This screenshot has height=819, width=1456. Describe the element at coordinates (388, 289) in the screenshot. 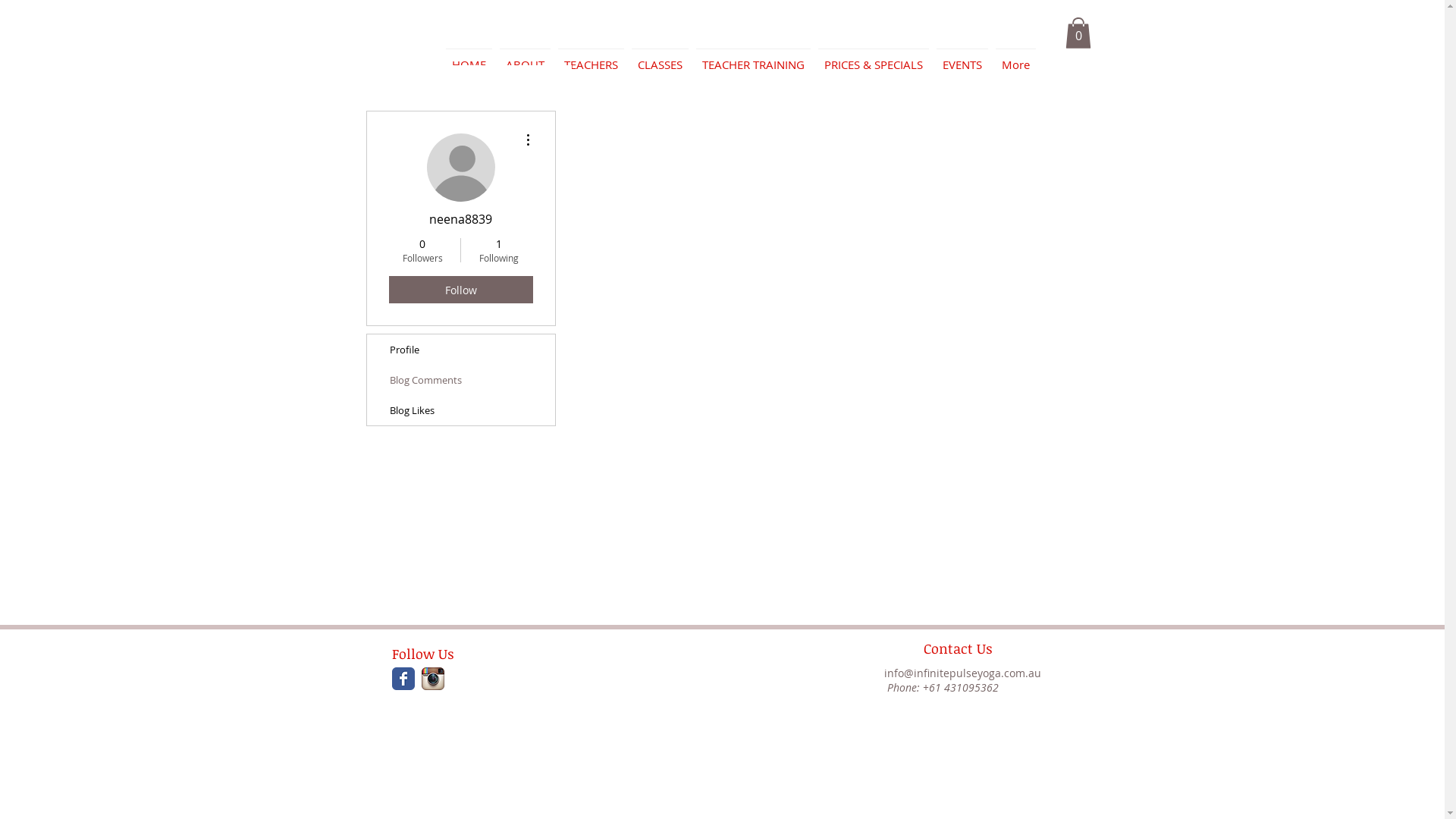

I see `'Follow'` at that location.